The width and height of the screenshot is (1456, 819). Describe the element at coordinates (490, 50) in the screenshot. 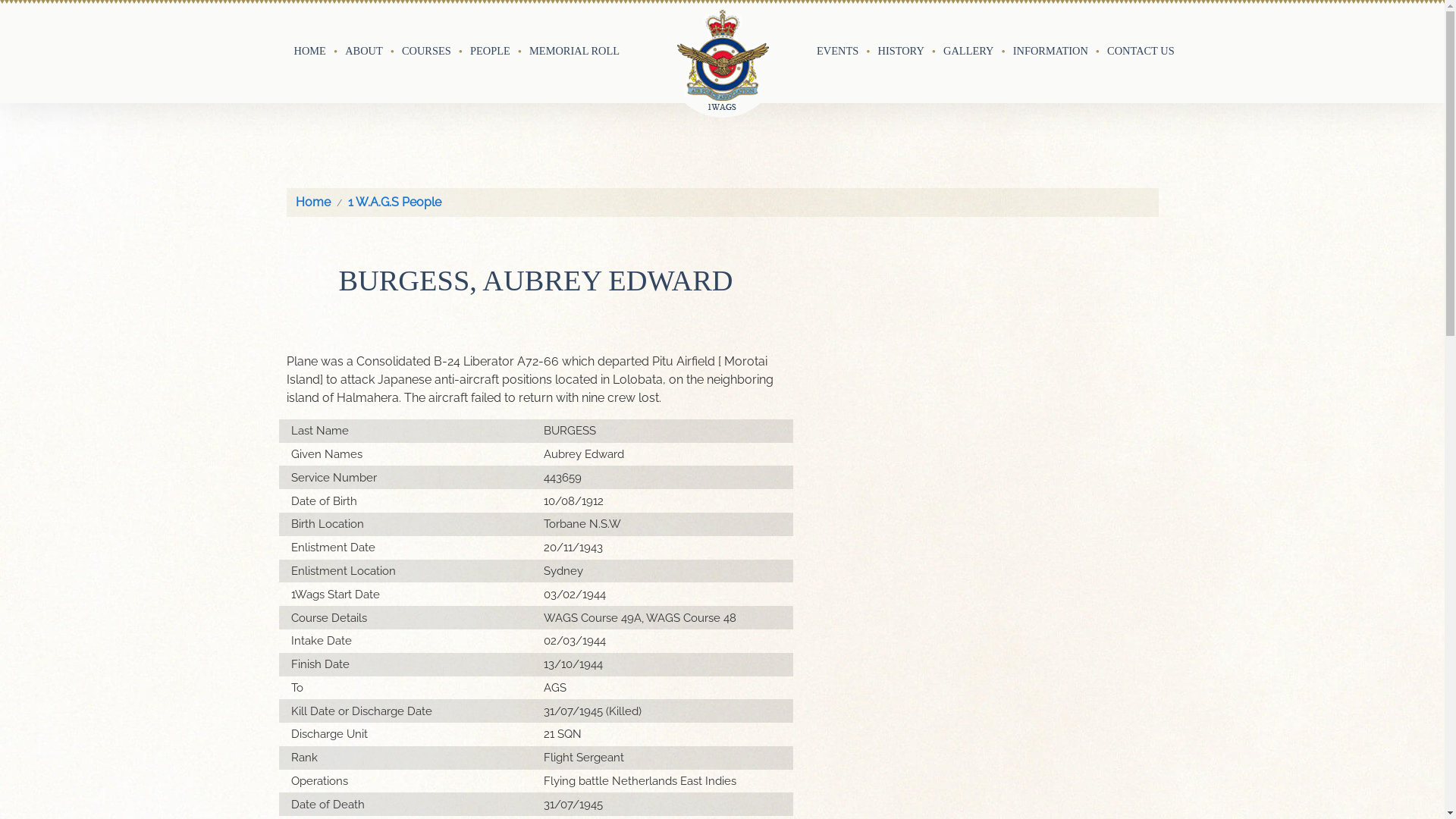

I see `'PEOPLE'` at that location.